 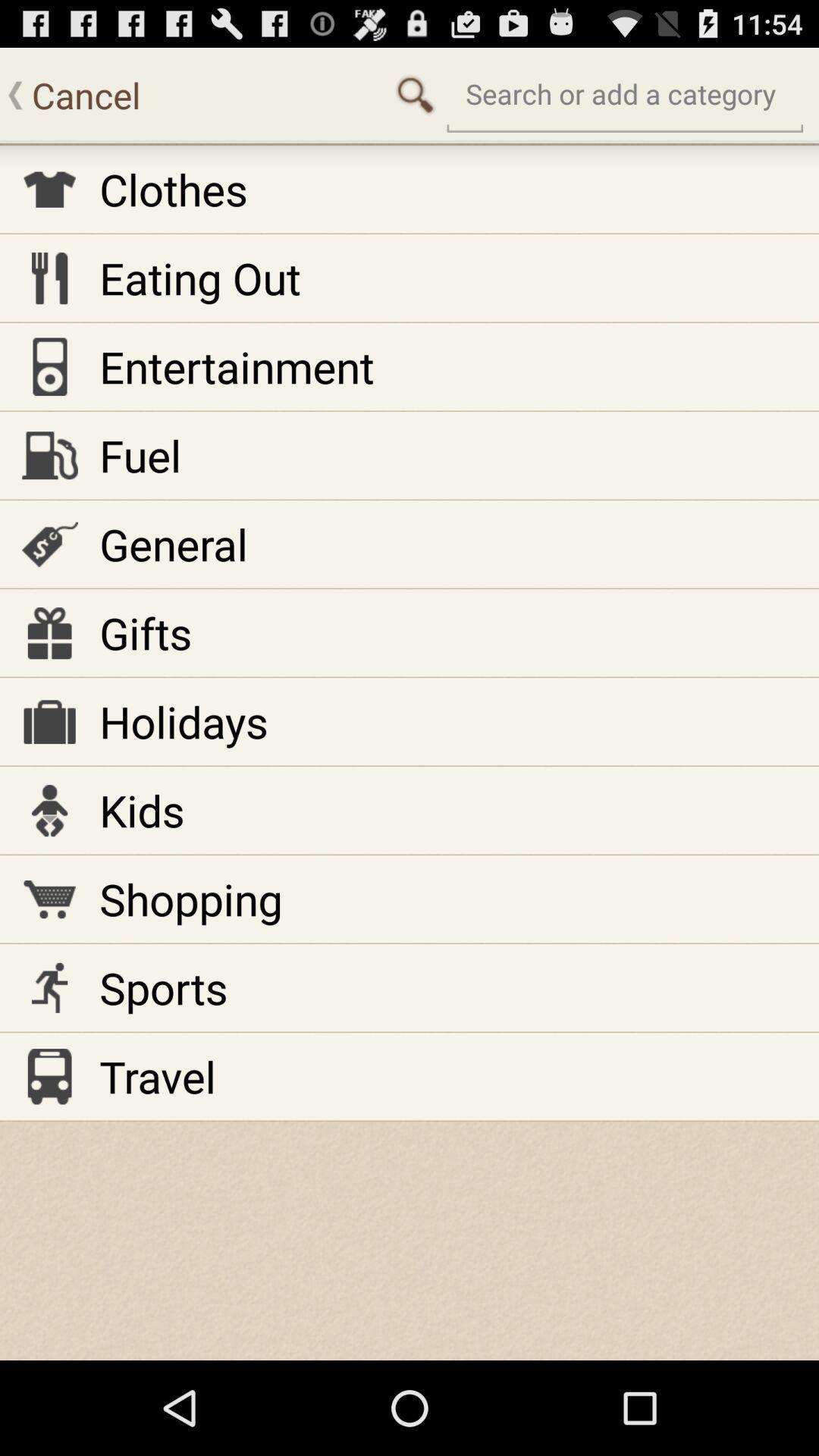 I want to click on the icon above the fuel item, so click(x=237, y=366).